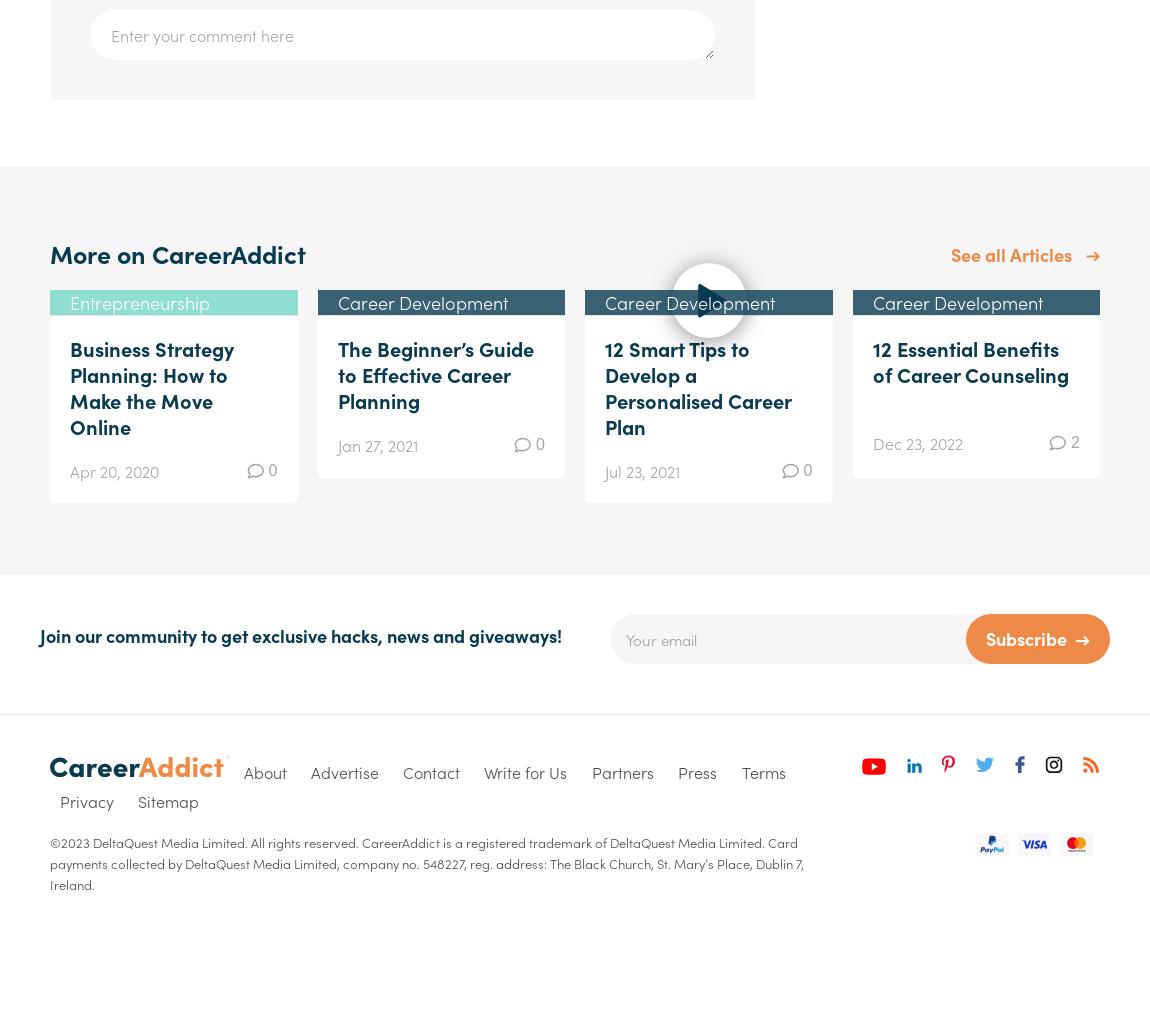  Describe the element at coordinates (266, 771) in the screenshot. I see `'About'` at that location.